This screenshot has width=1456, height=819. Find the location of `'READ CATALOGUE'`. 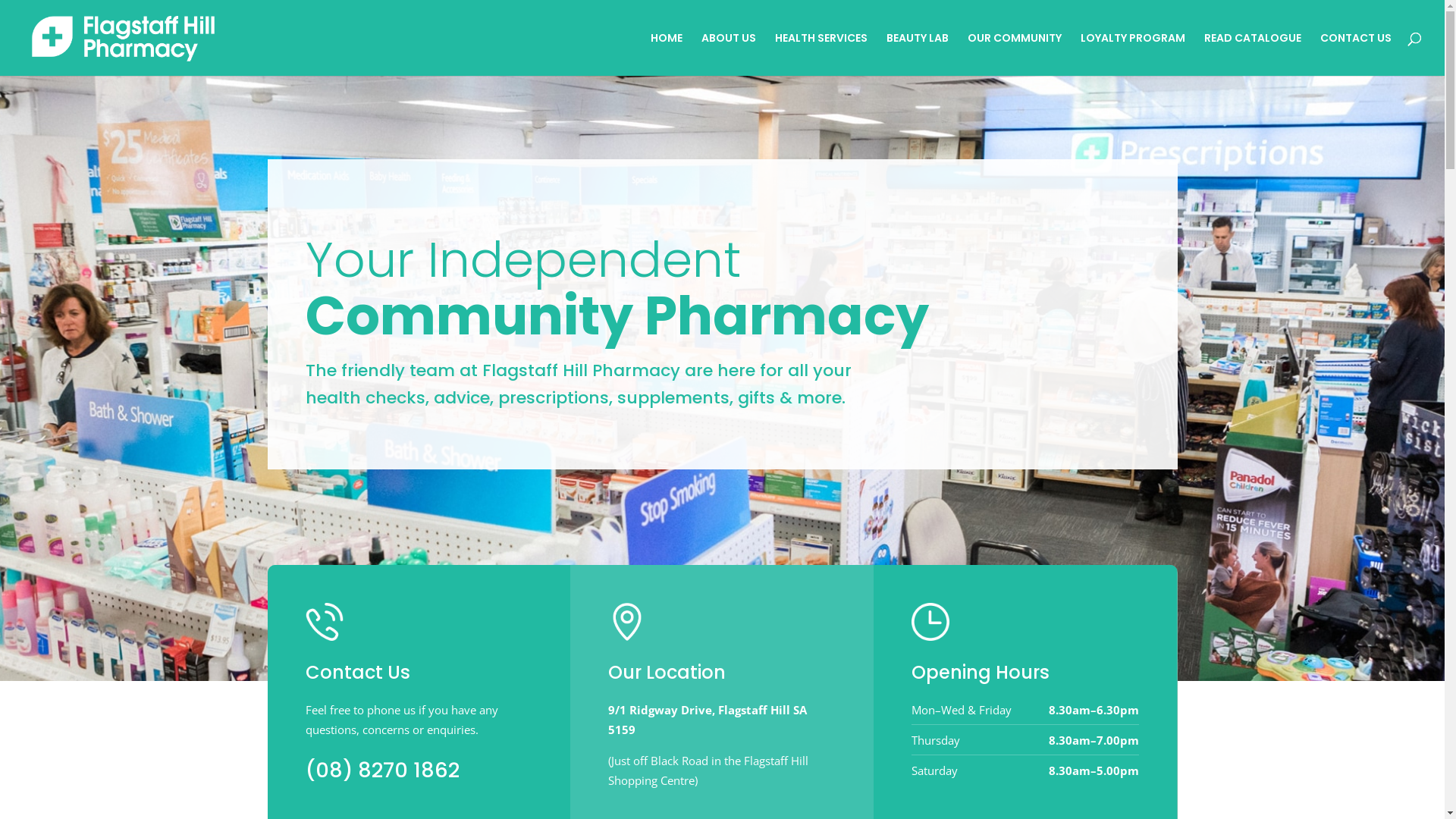

'READ CATALOGUE' is located at coordinates (1252, 53).